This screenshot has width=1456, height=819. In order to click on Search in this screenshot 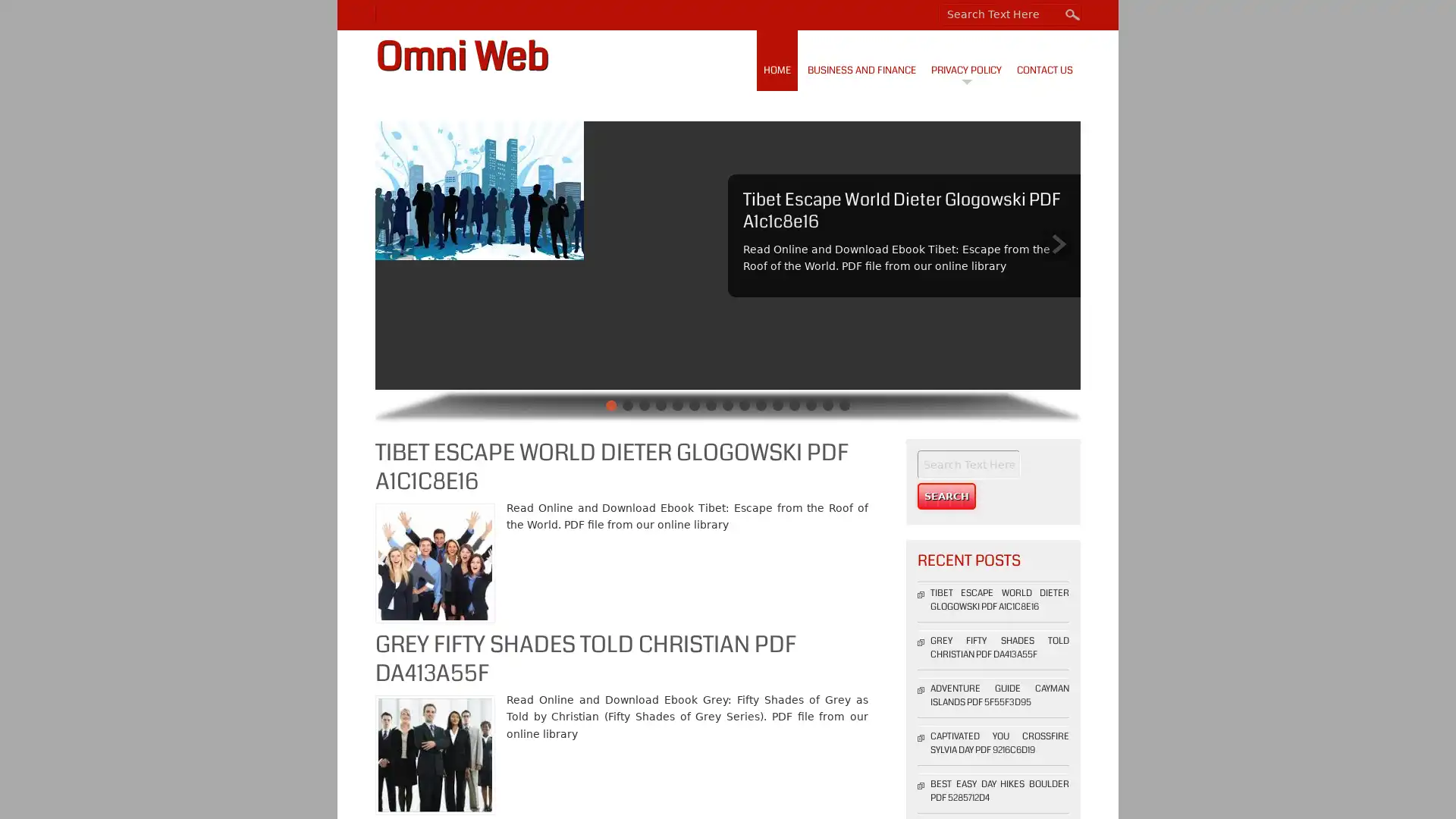, I will do `click(946, 496)`.